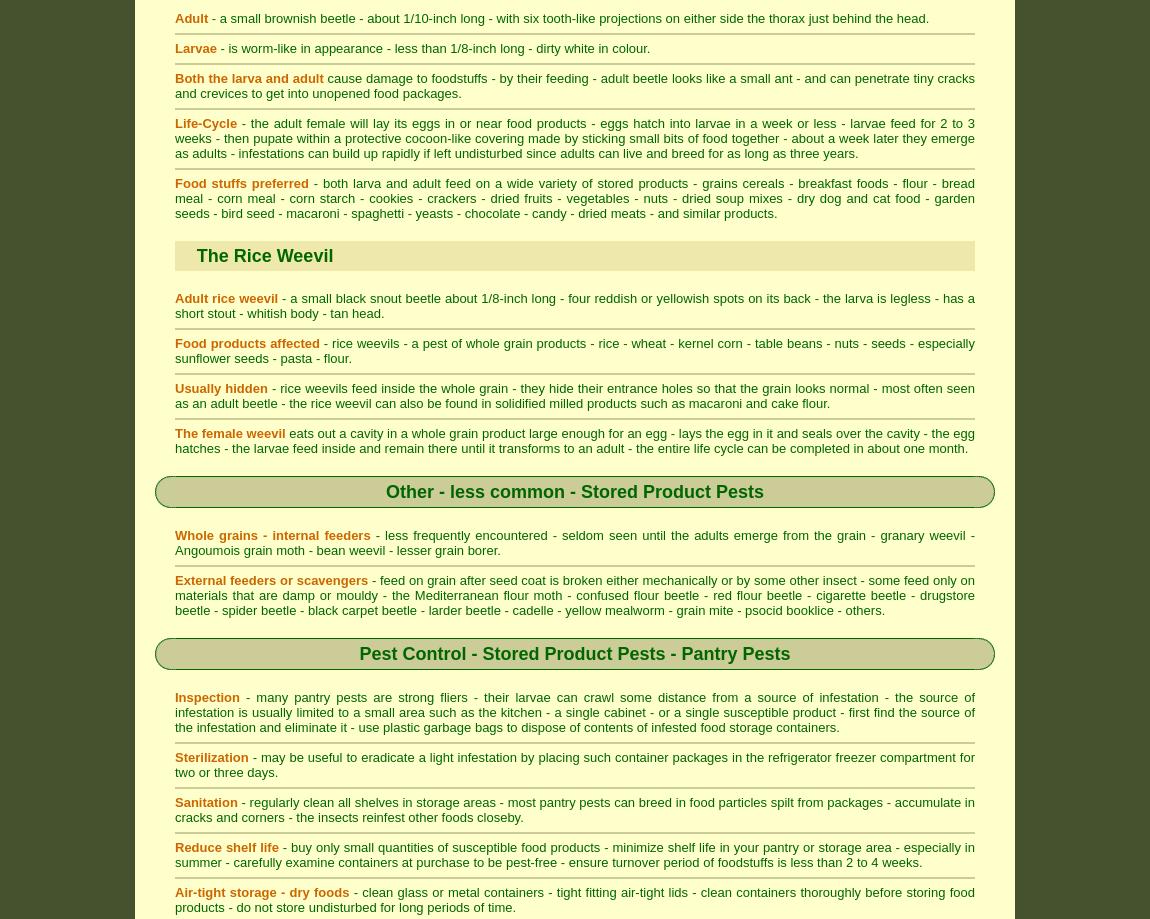 The image size is (1150, 919). What do you see at coordinates (270, 580) in the screenshot?
I see `'External feeders or scavengers'` at bounding box center [270, 580].